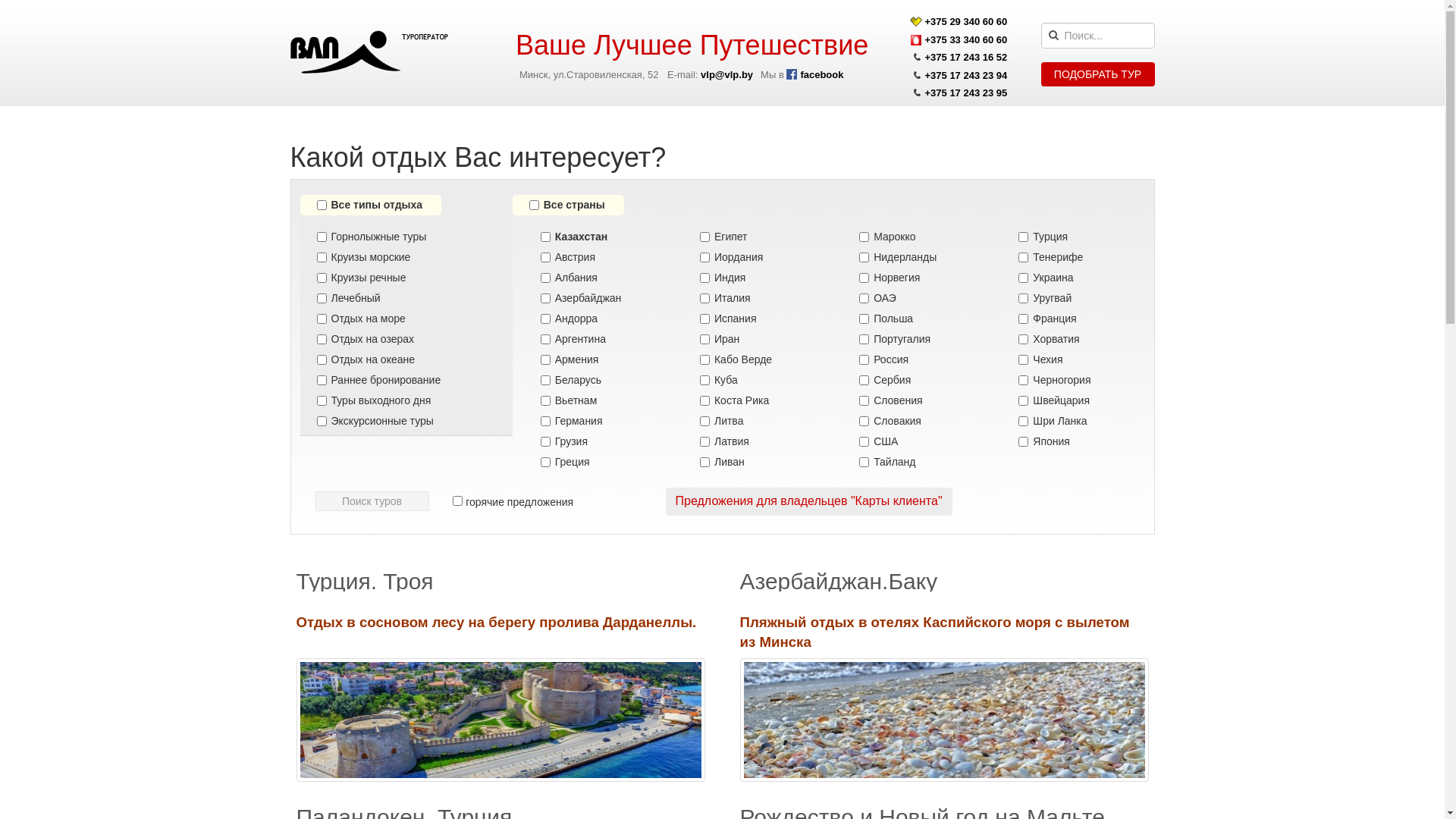 The image size is (1456, 819). What do you see at coordinates (965, 93) in the screenshot?
I see `'+375 17 243 23 95'` at bounding box center [965, 93].